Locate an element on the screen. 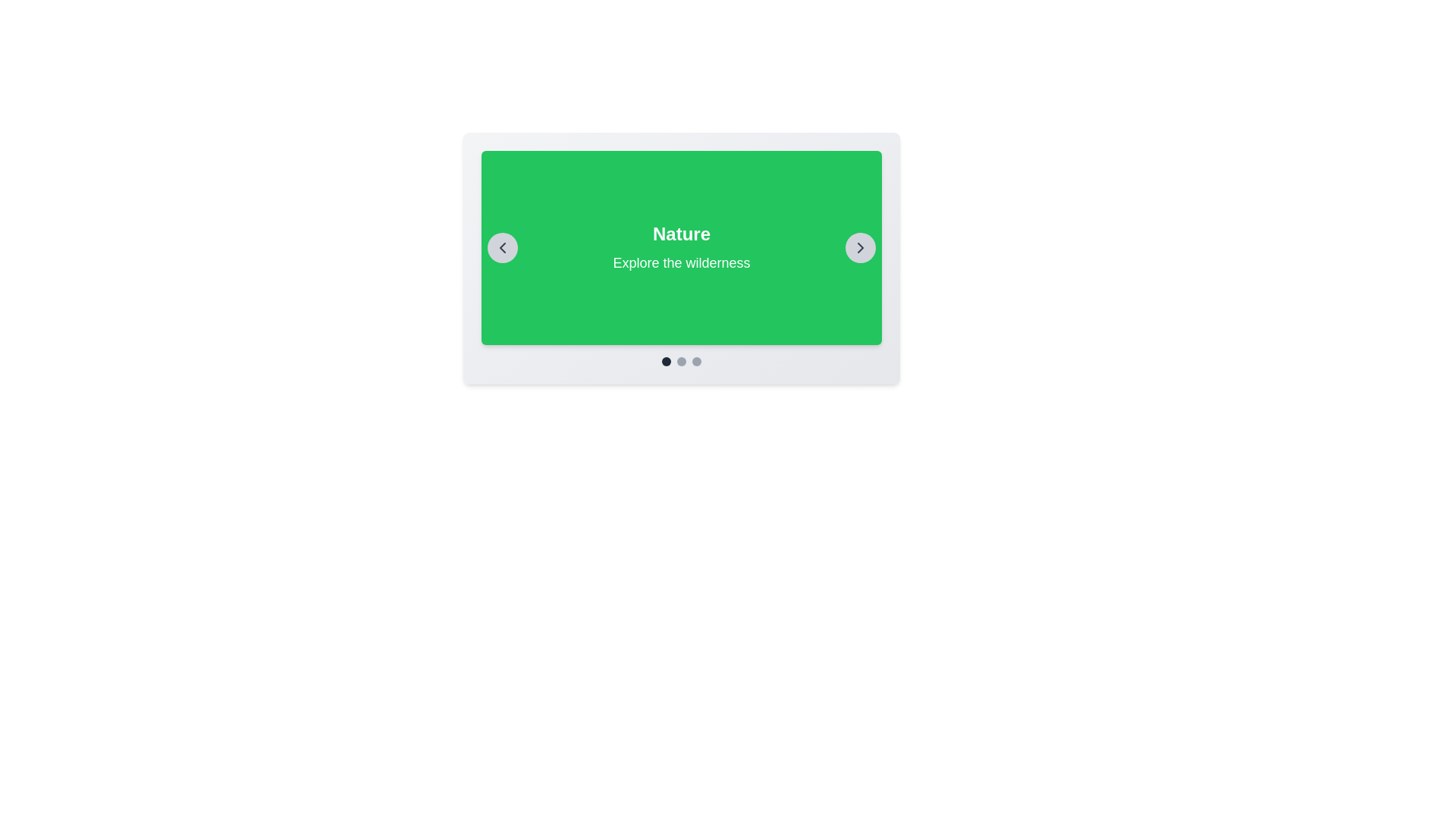  the third circular indicator with a light grayish background located at the bottom of the content card or carousel is located at coordinates (695, 362).